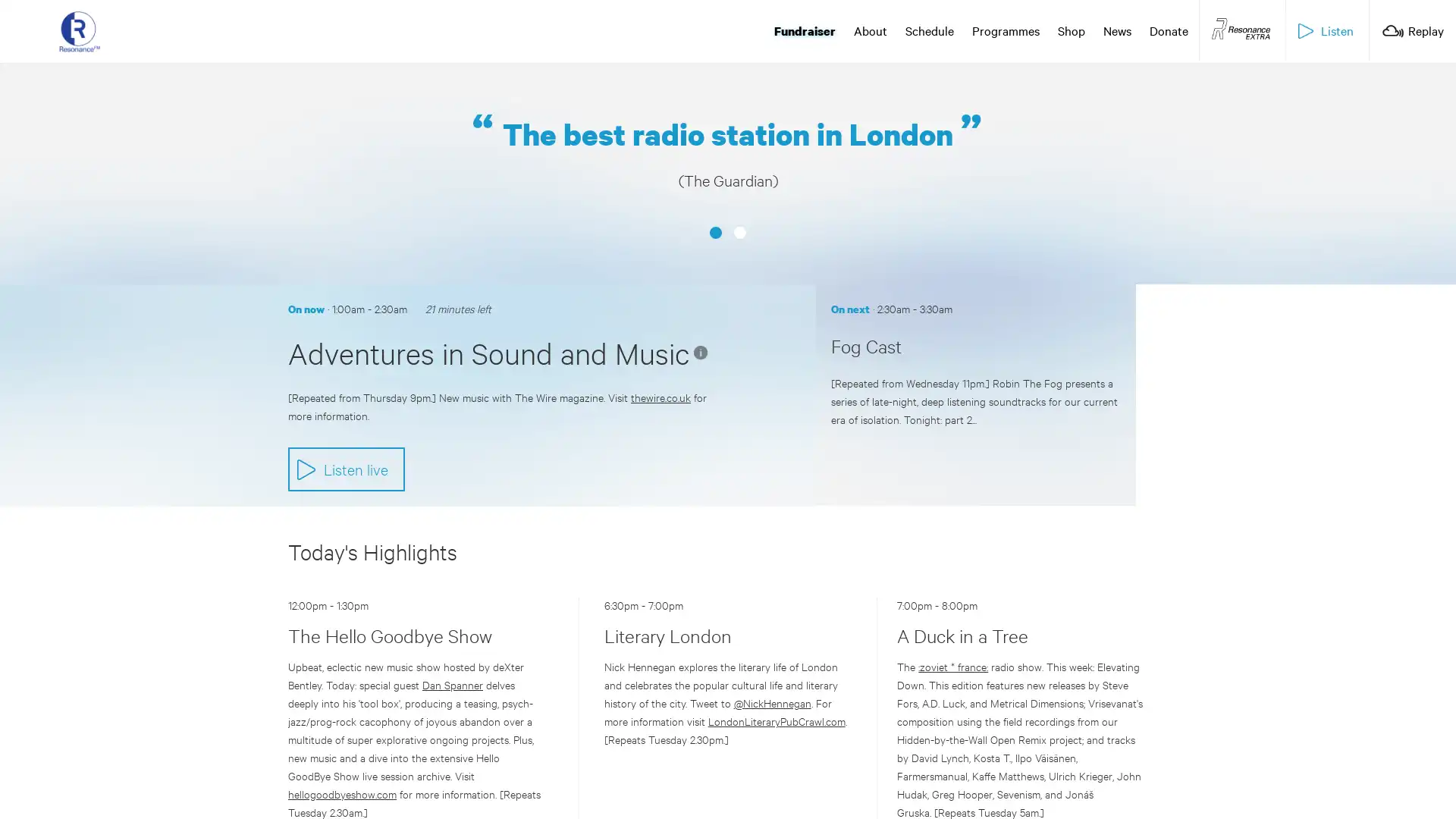 Image resolution: width=1456 pixels, height=819 pixels. What do you see at coordinates (715, 190) in the screenshot?
I see `1` at bounding box center [715, 190].